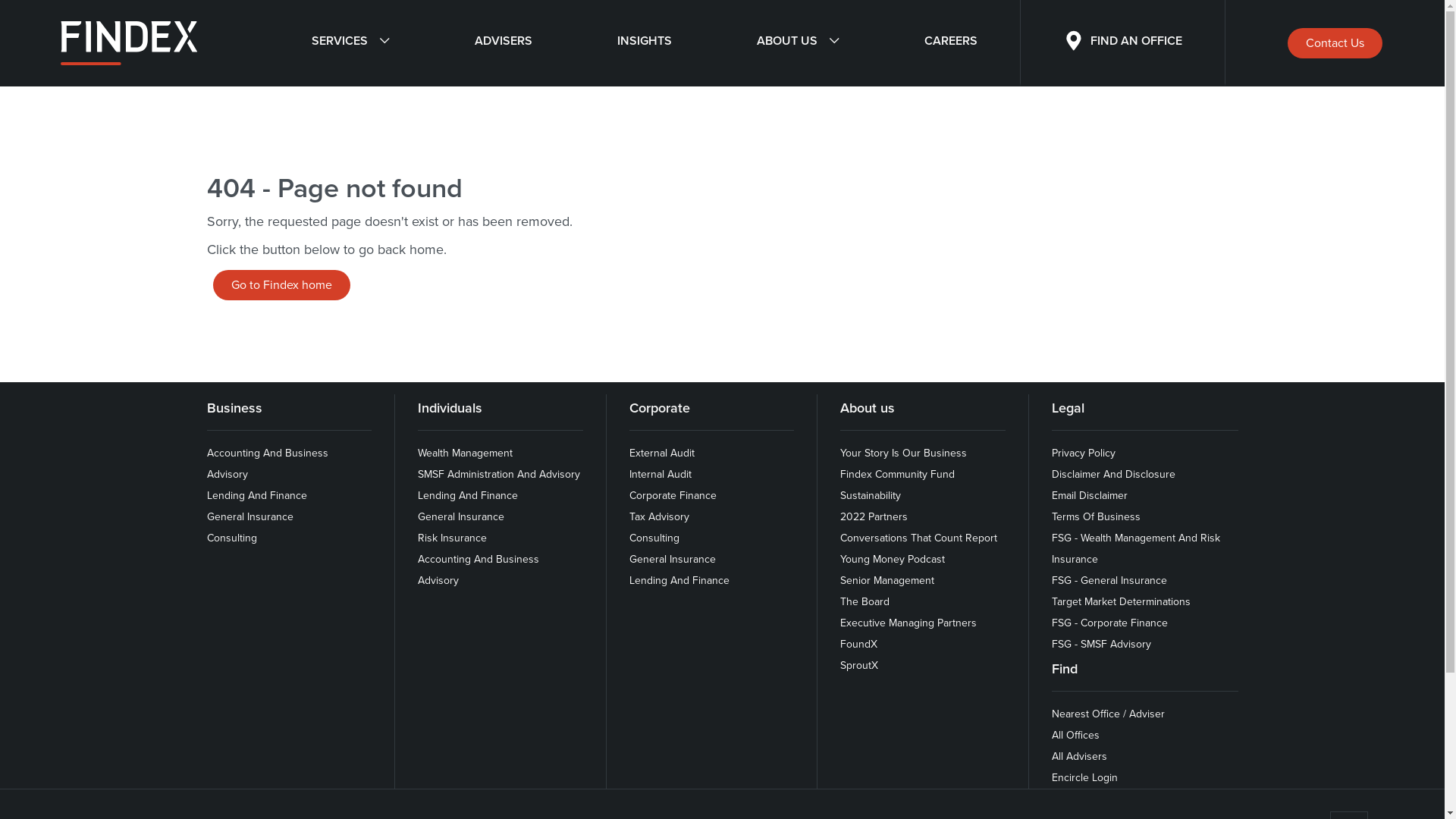  Describe the element at coordinates (839, 623) in the screenshot. I see `'Executive Managing Partners'` at that location.